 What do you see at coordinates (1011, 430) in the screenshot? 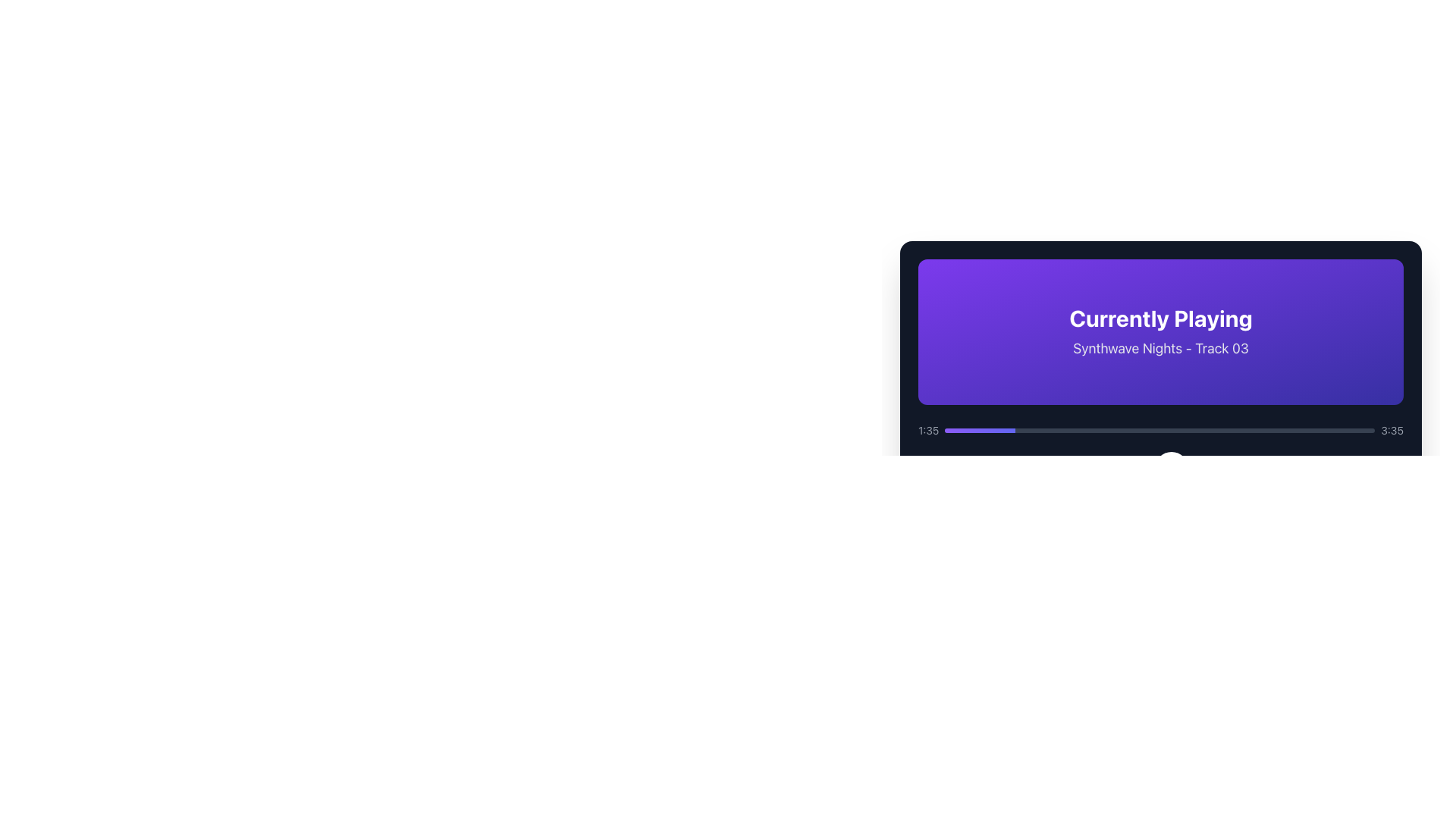
I see `the playback position` at bounding box center [1011, 430].